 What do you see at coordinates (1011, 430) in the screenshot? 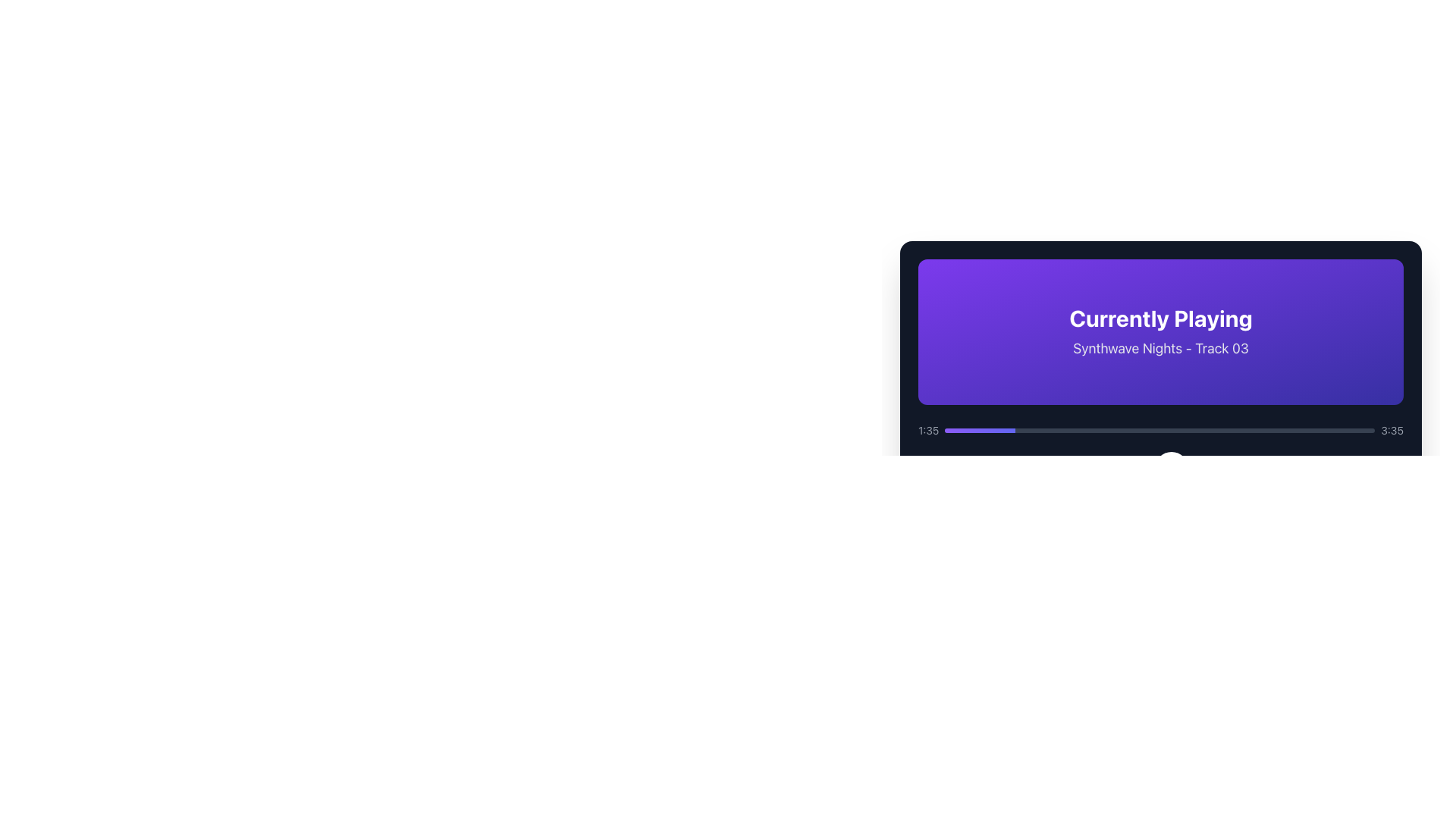
I see `the playback position` at bounding box center [1011, 430].